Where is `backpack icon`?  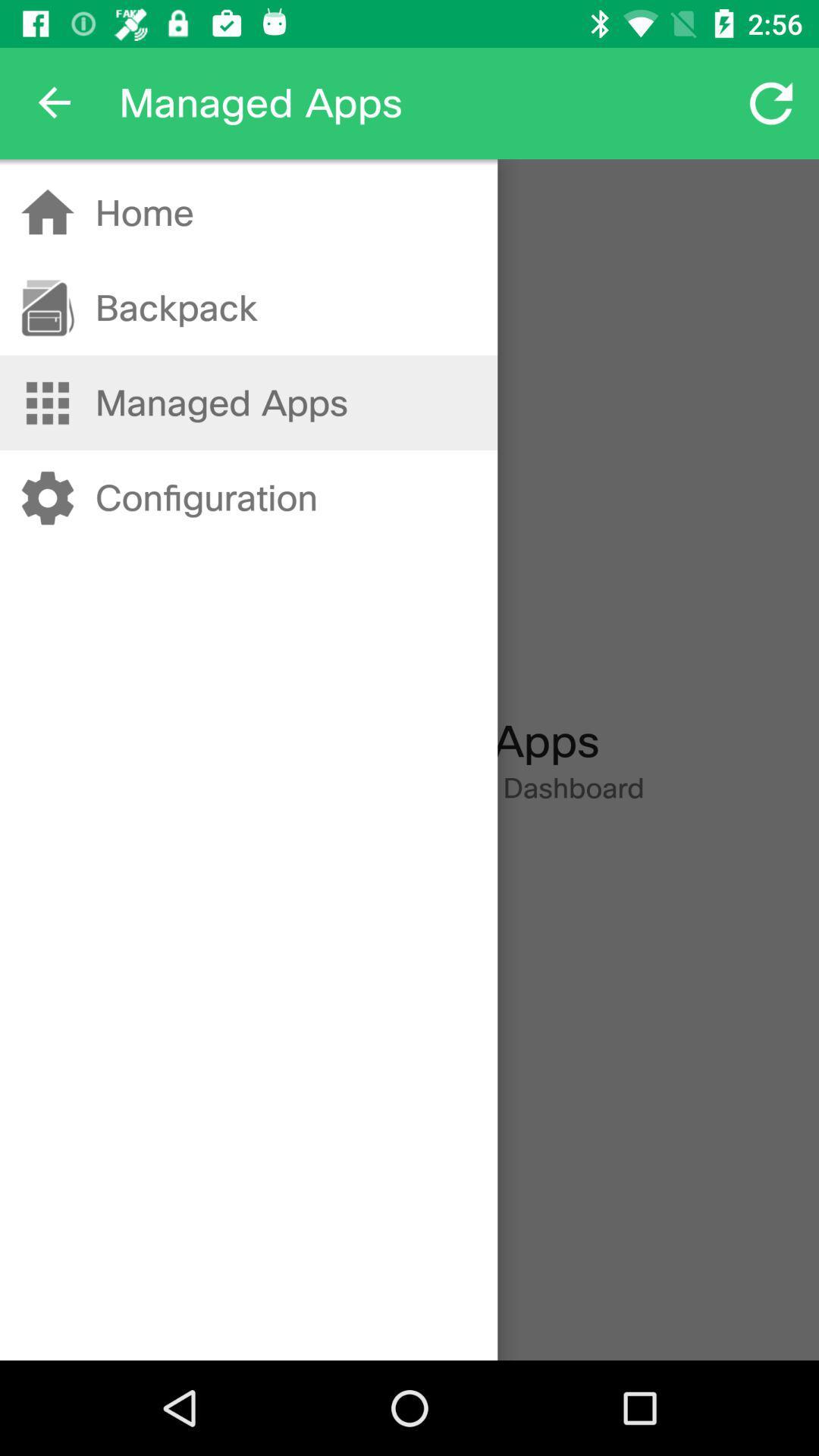 backpack icon is located at coordinates (175, 307).